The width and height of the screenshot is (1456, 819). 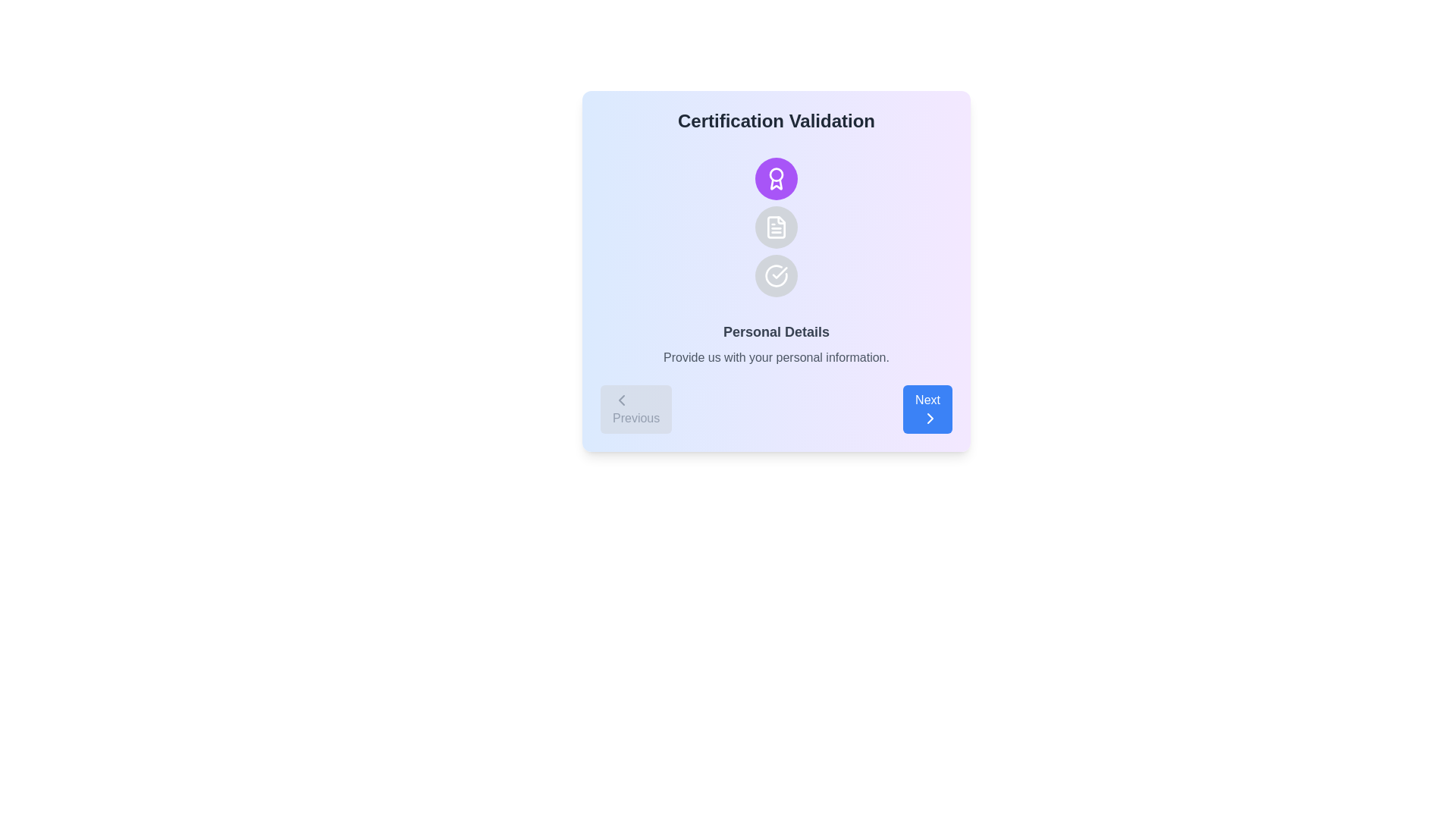 What do you see at coordinates (636, 409) in the screenshot?
I see `the previous step navigation button located at the bottom left of the interface to change its background color` at bounding box center [636, 409].